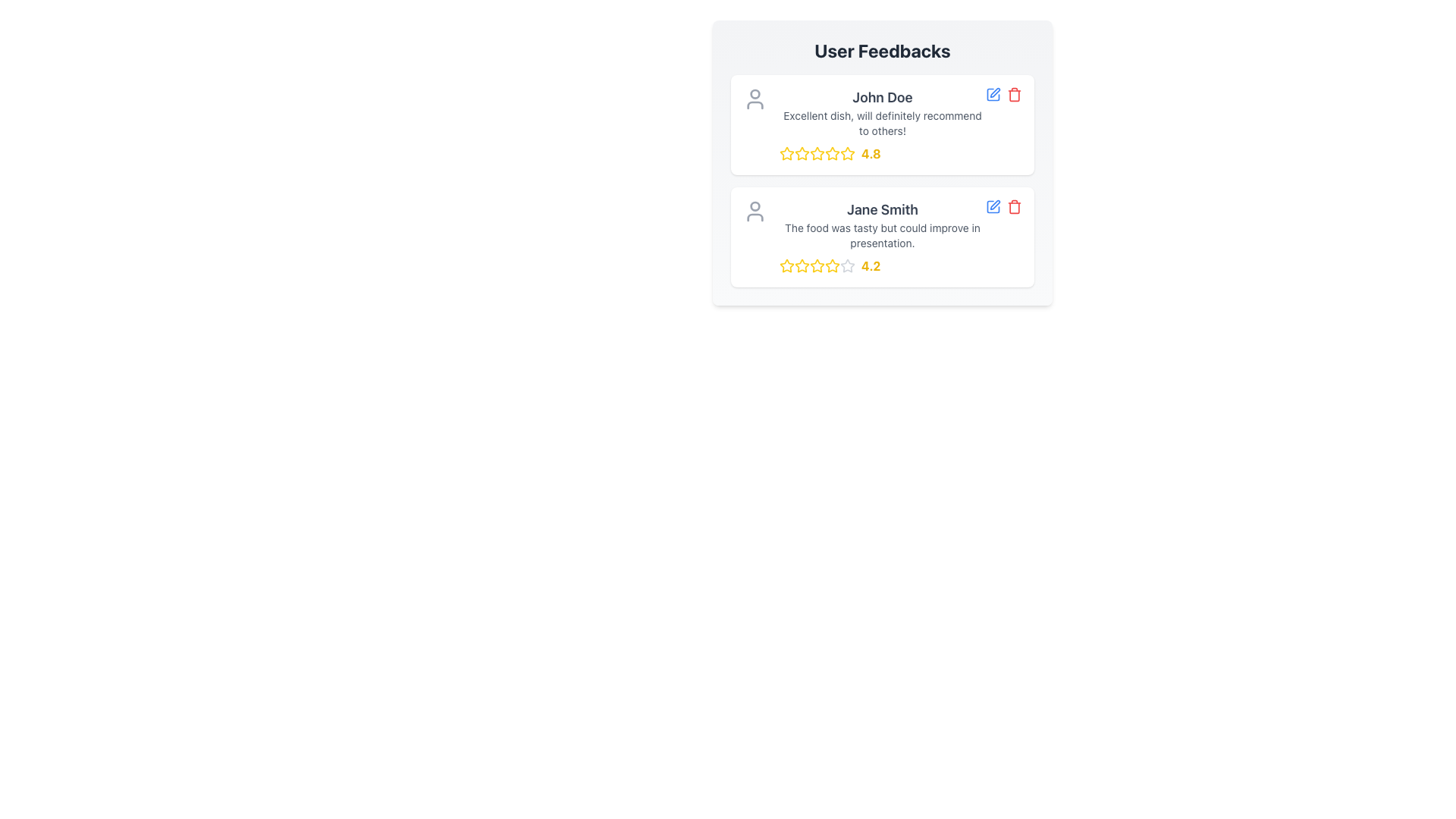  I want to click on the first star icon in the rating system located below the feedback for 'Jane Smith' in the second feedback card, so click(786, 265).